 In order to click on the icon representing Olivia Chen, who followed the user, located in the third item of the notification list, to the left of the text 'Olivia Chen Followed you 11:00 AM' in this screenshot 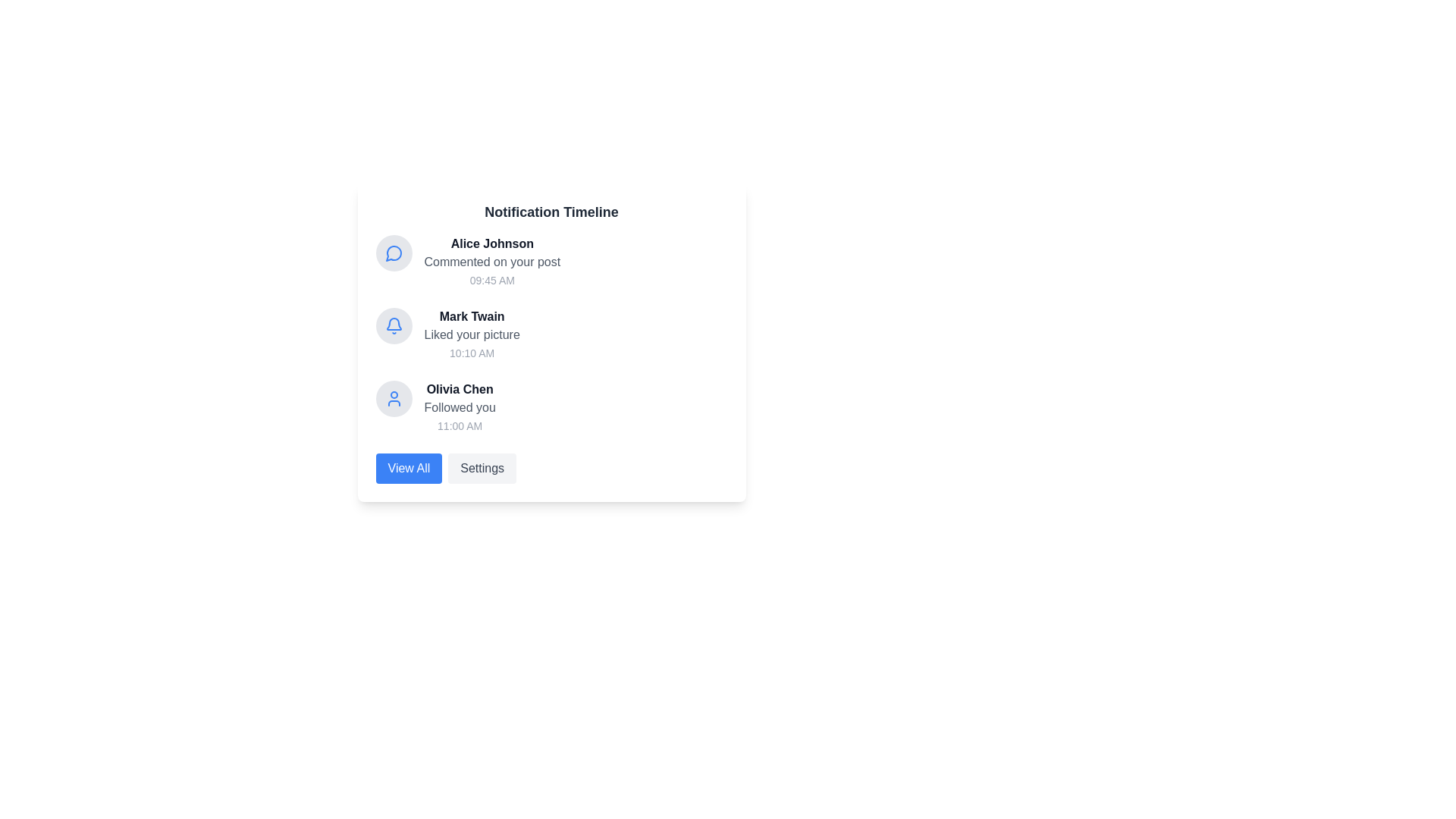, I will do `click(394, 397)`.